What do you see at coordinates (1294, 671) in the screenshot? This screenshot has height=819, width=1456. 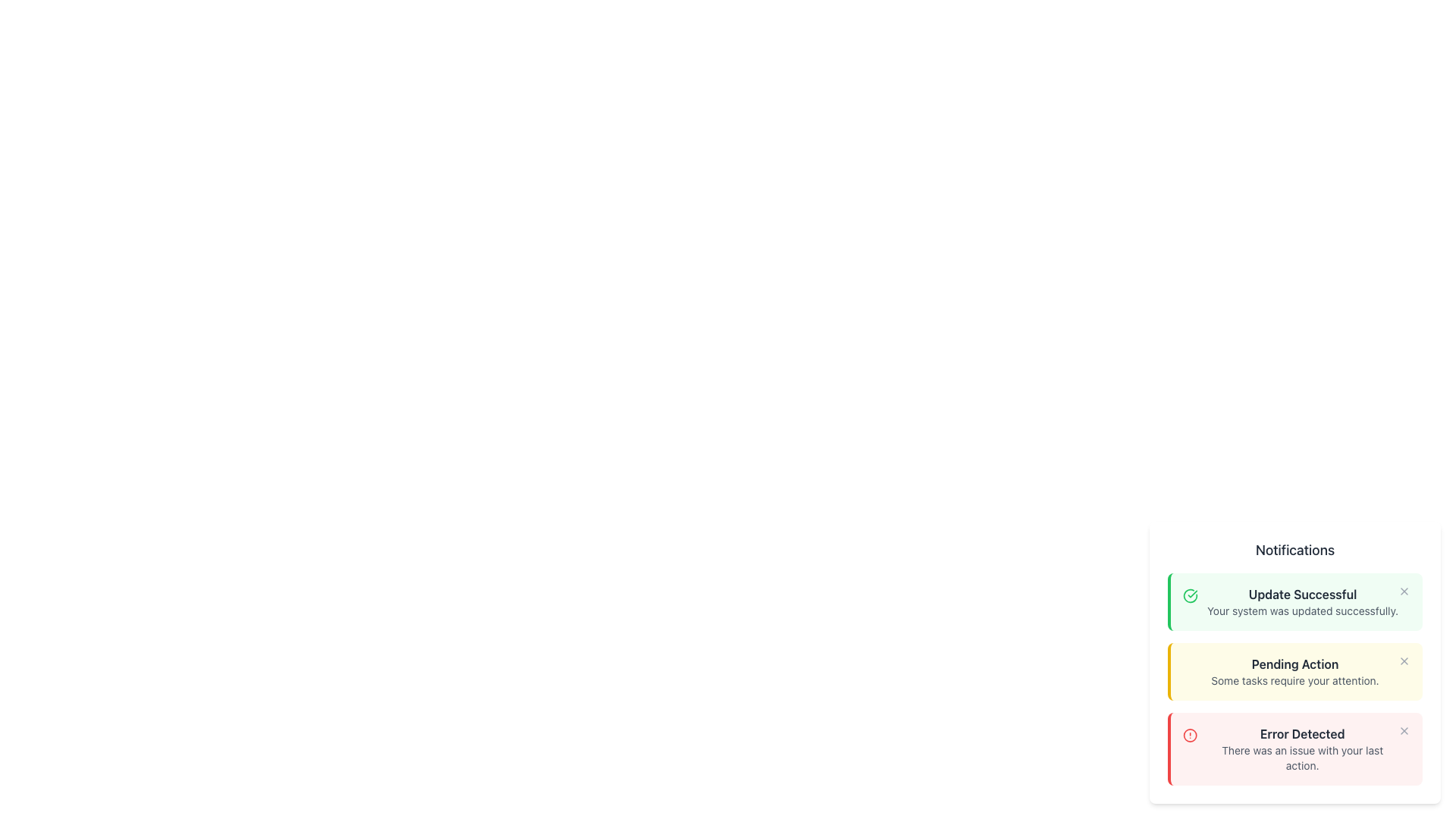 I see `information displayed in the Text Display element that follows 'Update Successful' and precedes 'Error Detected' in the notification panel` at bounding box center [1294, 671].